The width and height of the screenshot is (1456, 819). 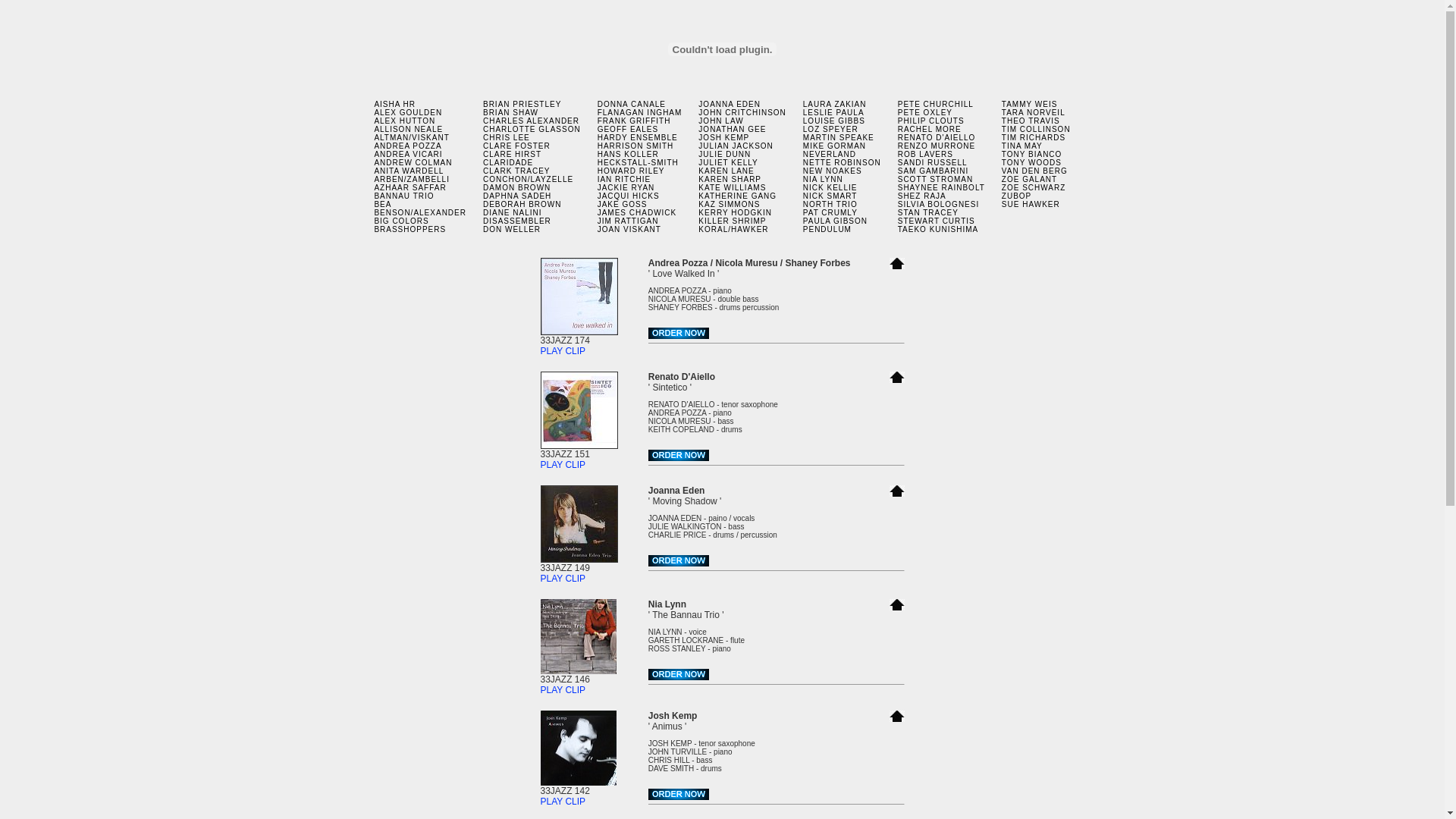 What do you see at coordinates (938, 203) in the screenshot?
I see `'SILVIA BOLOGNESI'` at bounding box center [938, 203].